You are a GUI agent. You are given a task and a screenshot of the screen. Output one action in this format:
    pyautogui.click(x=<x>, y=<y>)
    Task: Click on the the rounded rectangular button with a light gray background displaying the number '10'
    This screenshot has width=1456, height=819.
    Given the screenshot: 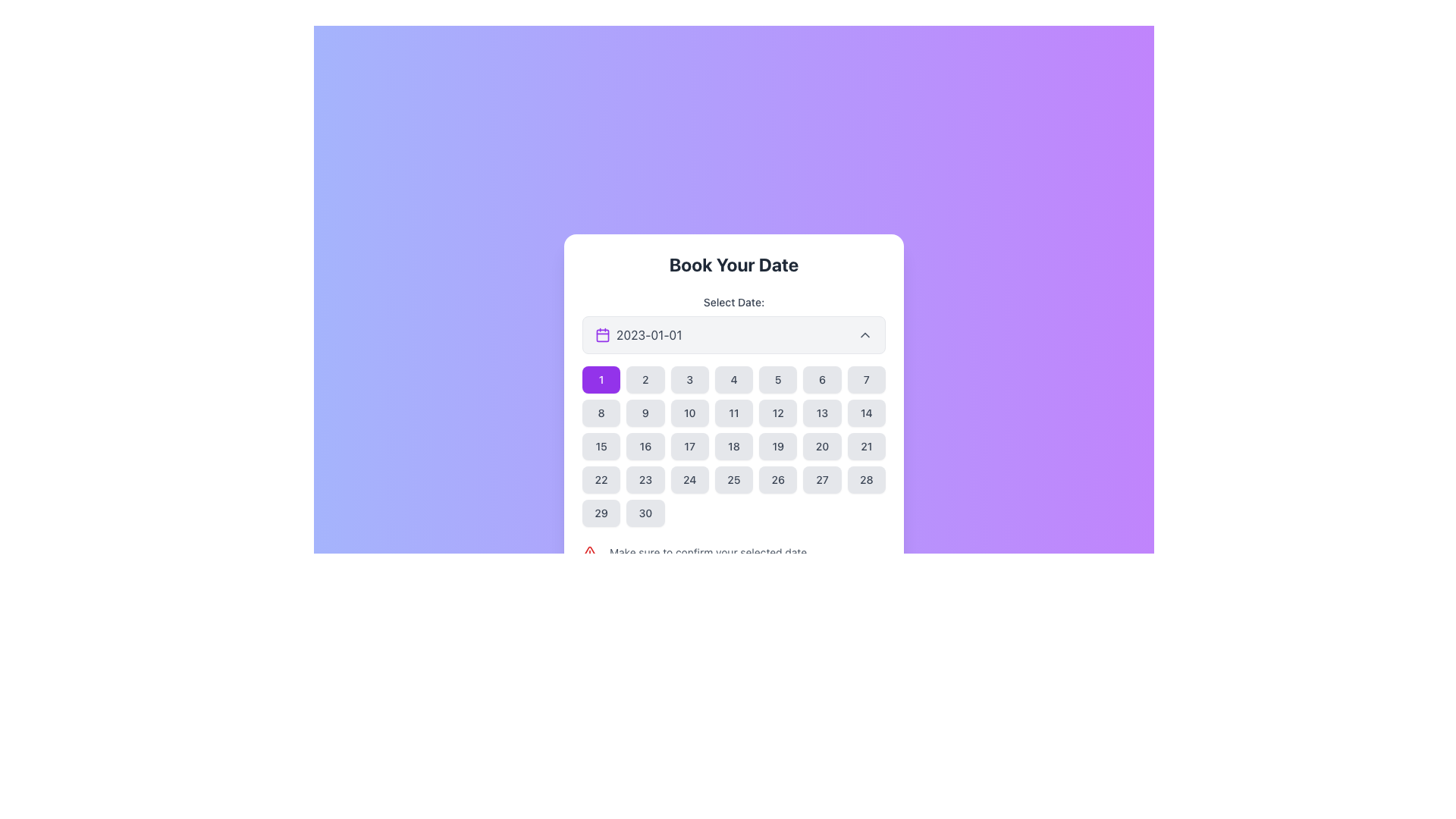 What is the action you would take?
    pyautogui.click(x=689, y=413)
    